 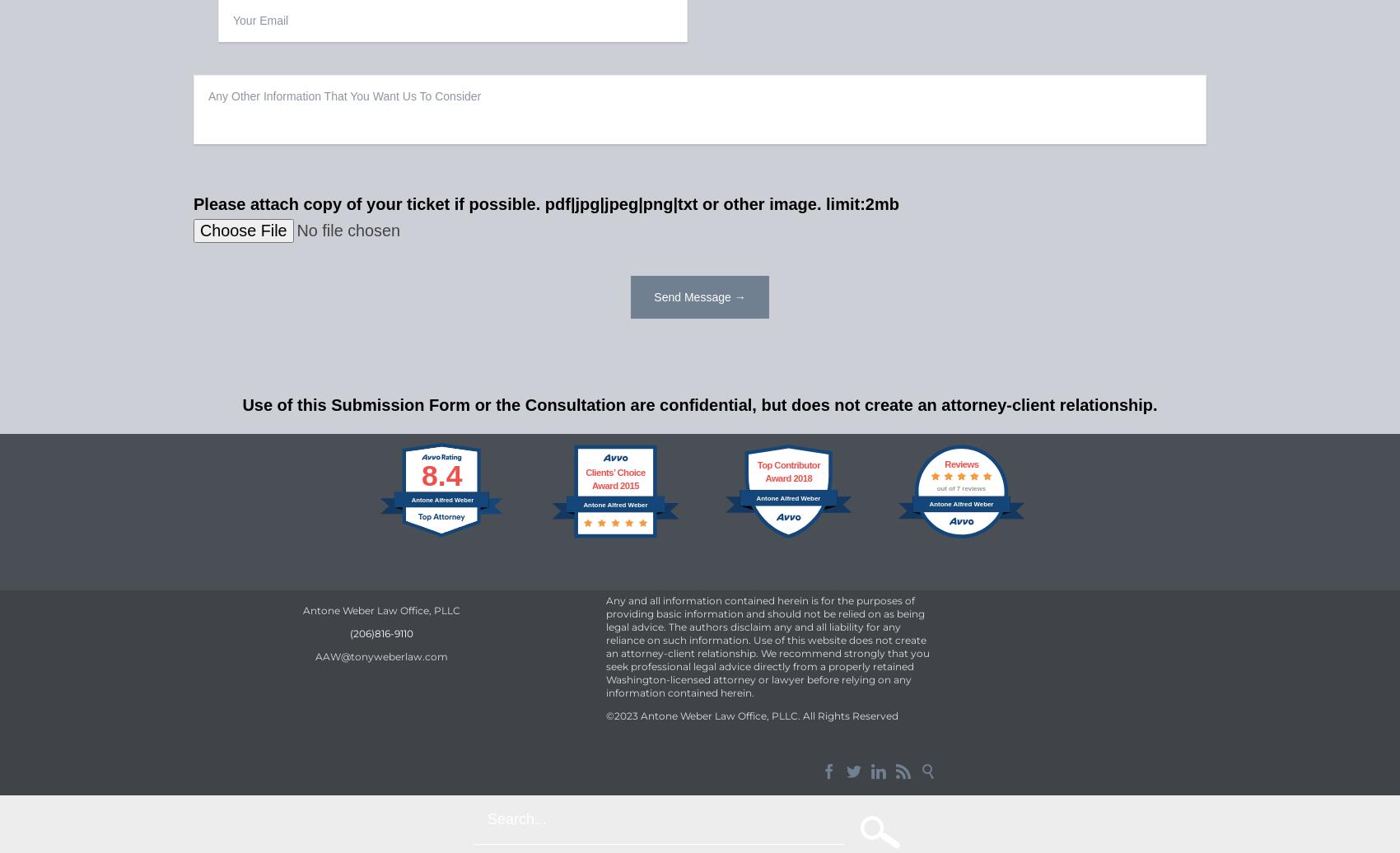 What do you see at coordinates (546, 204) in the screenshot?
I see `'Please attach copy of your ticket if possible. pdf|jpg|jpeg|png|txt or other image. limit:2mb'` at bounding box center [546, 204].